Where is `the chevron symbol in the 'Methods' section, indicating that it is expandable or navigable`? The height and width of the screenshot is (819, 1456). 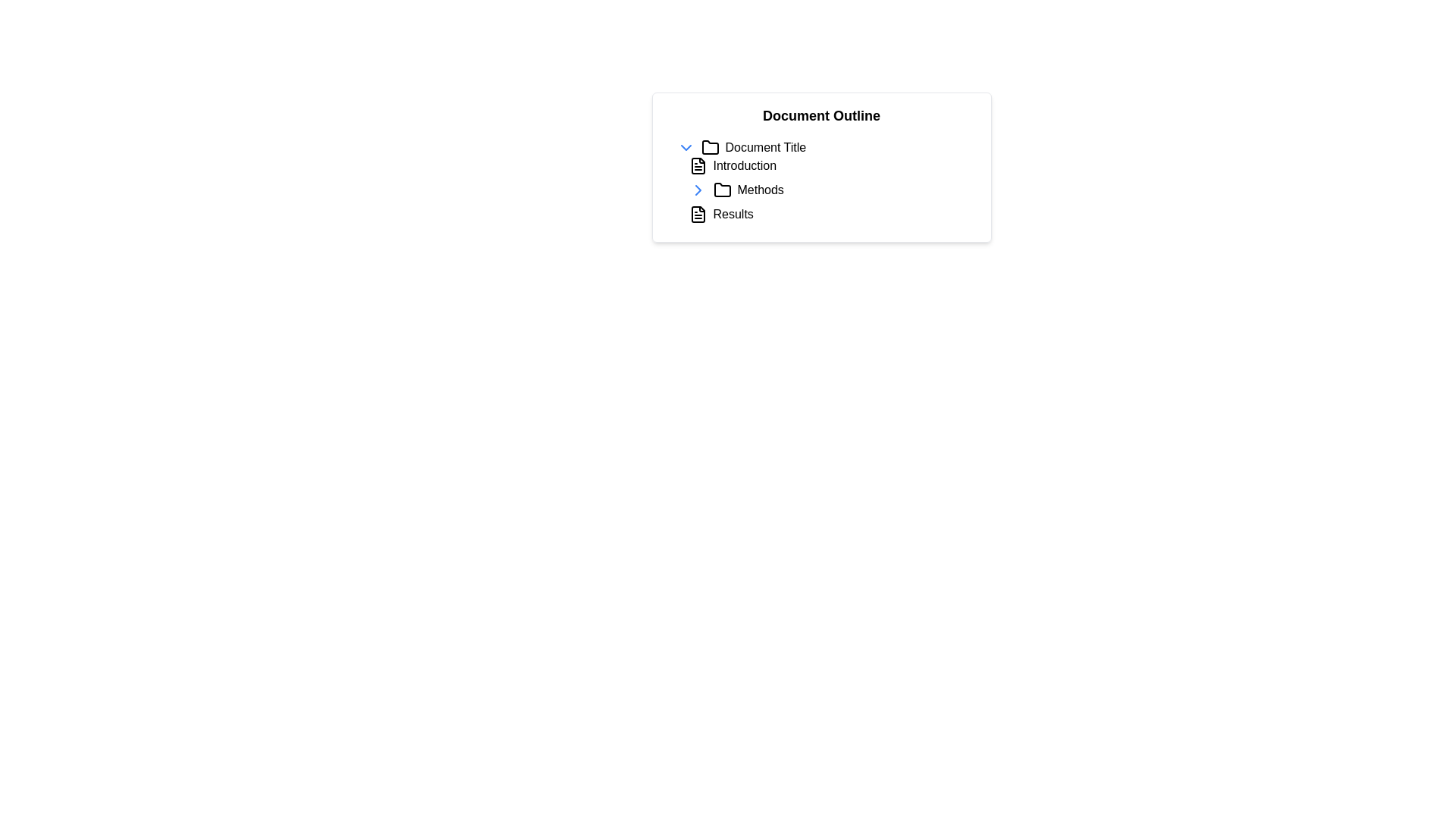
the chevron symbol in the 'Methods' section, indicating that it is expandable or navigable is located at coordinates (697, 189).